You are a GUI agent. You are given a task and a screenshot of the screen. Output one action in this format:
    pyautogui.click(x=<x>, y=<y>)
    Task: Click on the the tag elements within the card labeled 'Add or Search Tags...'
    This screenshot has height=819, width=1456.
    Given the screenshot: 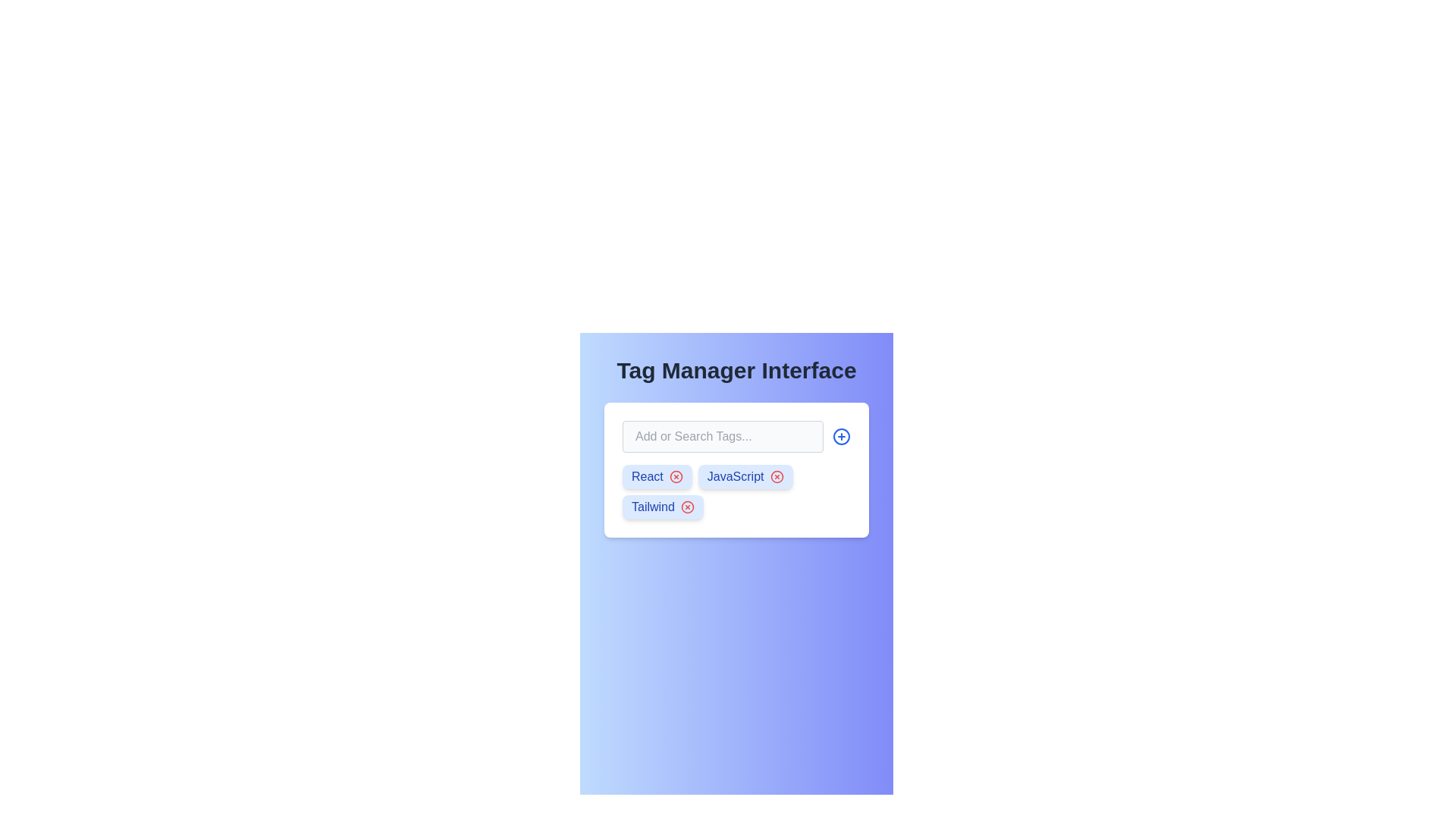 What is the action you would take?
    pyautogui.click(x=736, y=469)
    